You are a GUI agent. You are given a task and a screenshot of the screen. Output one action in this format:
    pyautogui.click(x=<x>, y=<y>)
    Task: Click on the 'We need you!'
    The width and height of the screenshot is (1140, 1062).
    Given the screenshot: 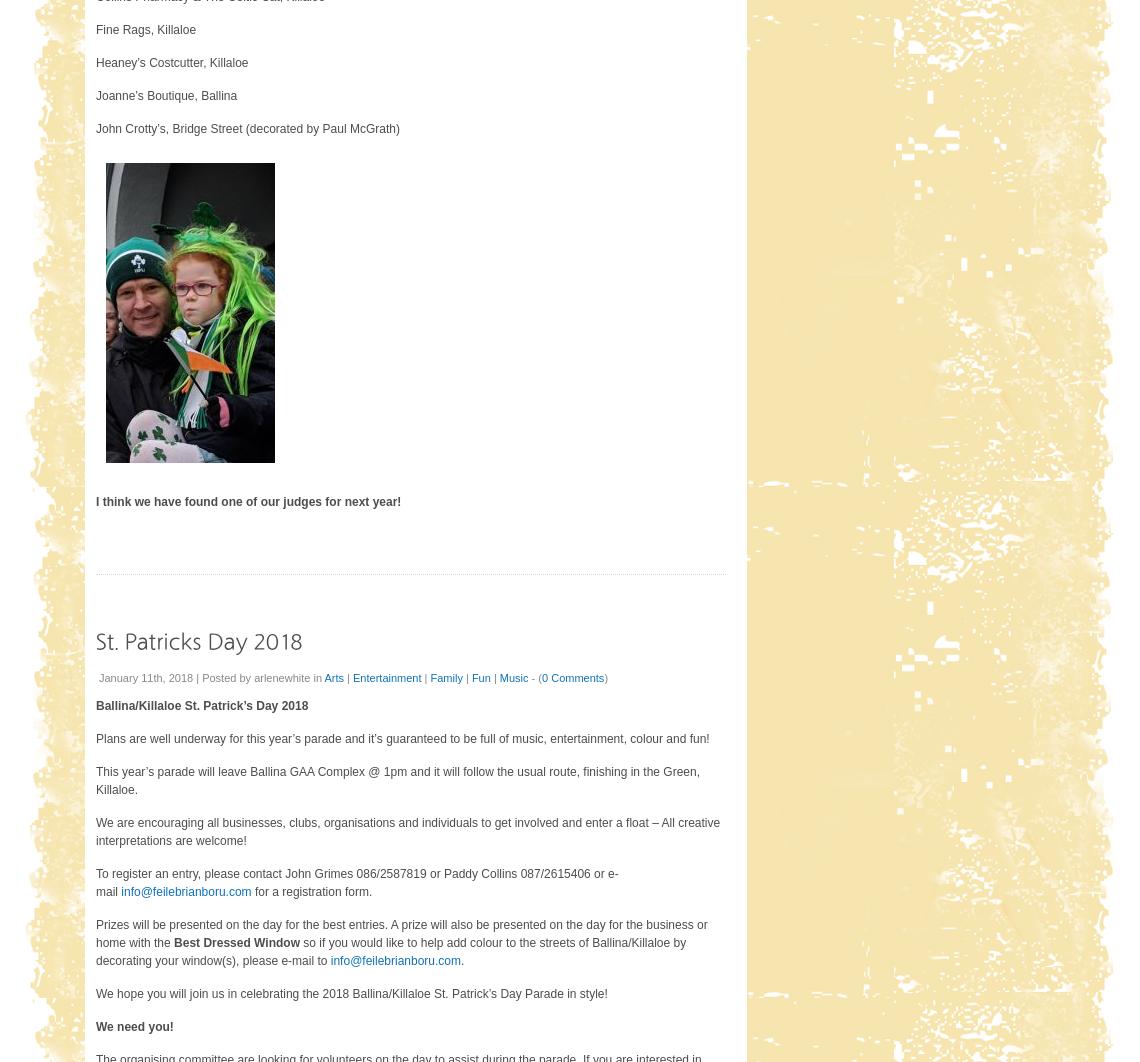 What is the action you would take?
    pyautogui.click(x=133, y=1024)
    